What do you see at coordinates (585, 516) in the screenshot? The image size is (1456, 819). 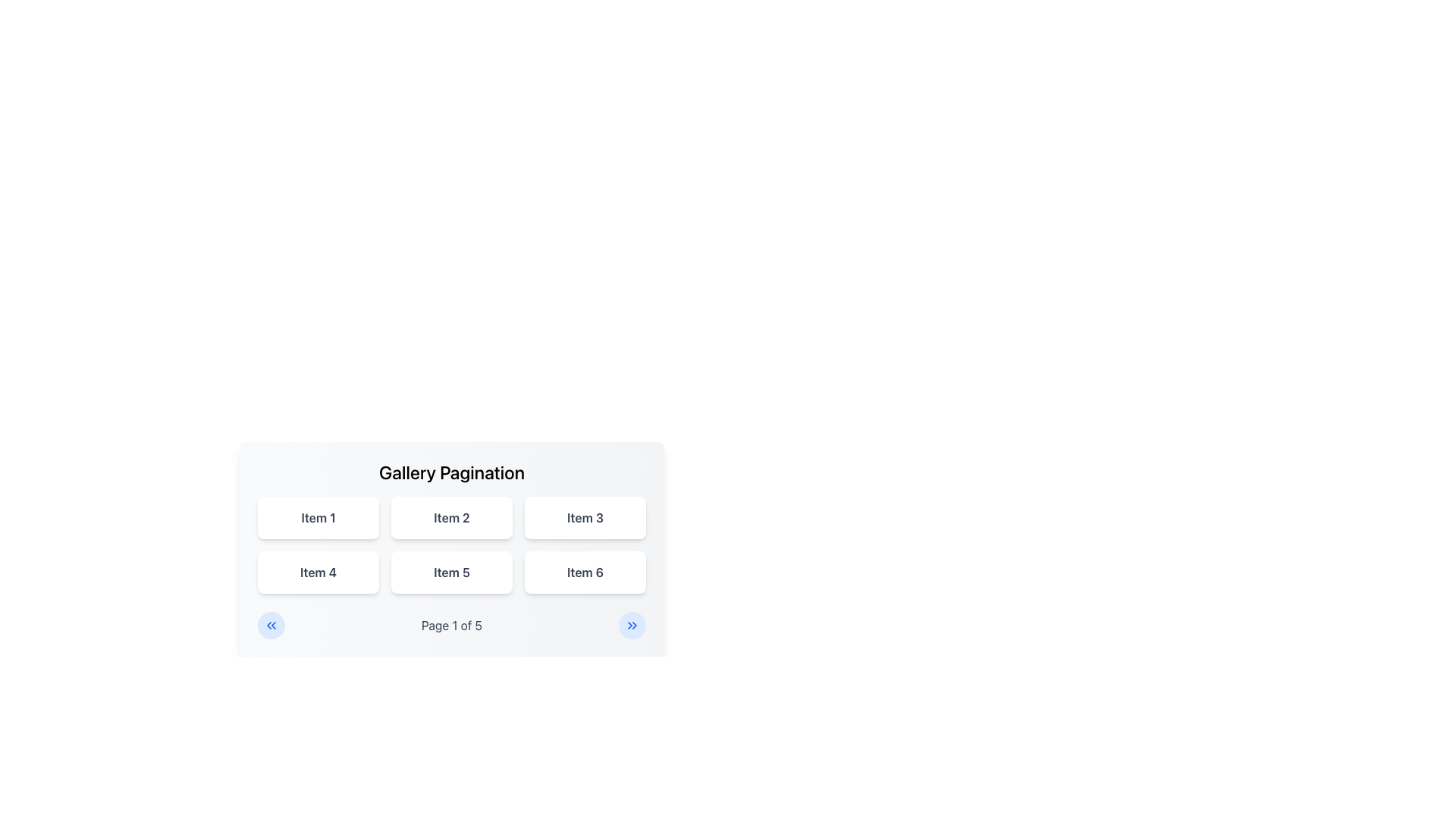 I see `the display box labeled 'Item 3'` at bounding box center [585, 516].